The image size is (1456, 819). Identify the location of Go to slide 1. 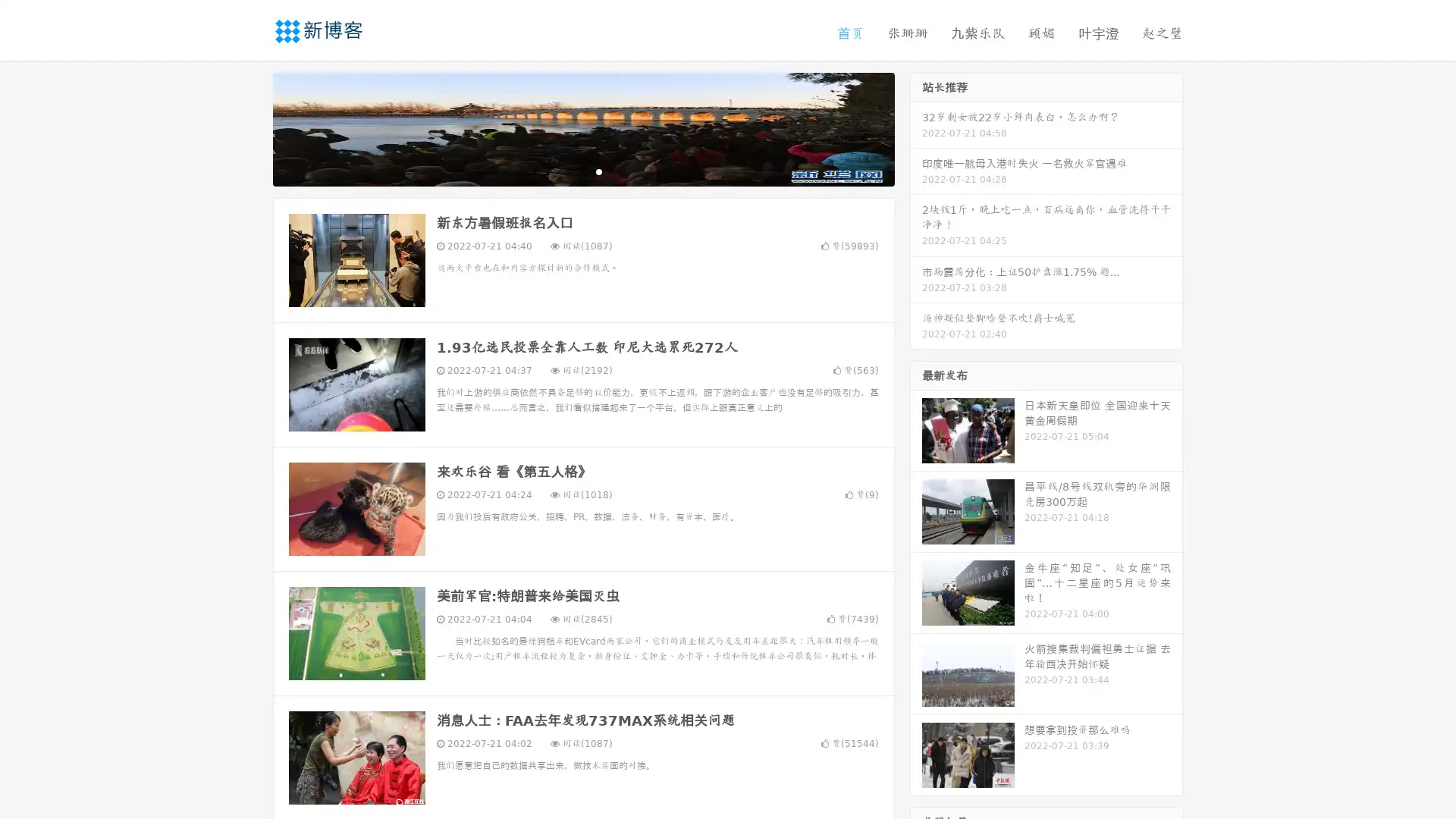
(567, 171).